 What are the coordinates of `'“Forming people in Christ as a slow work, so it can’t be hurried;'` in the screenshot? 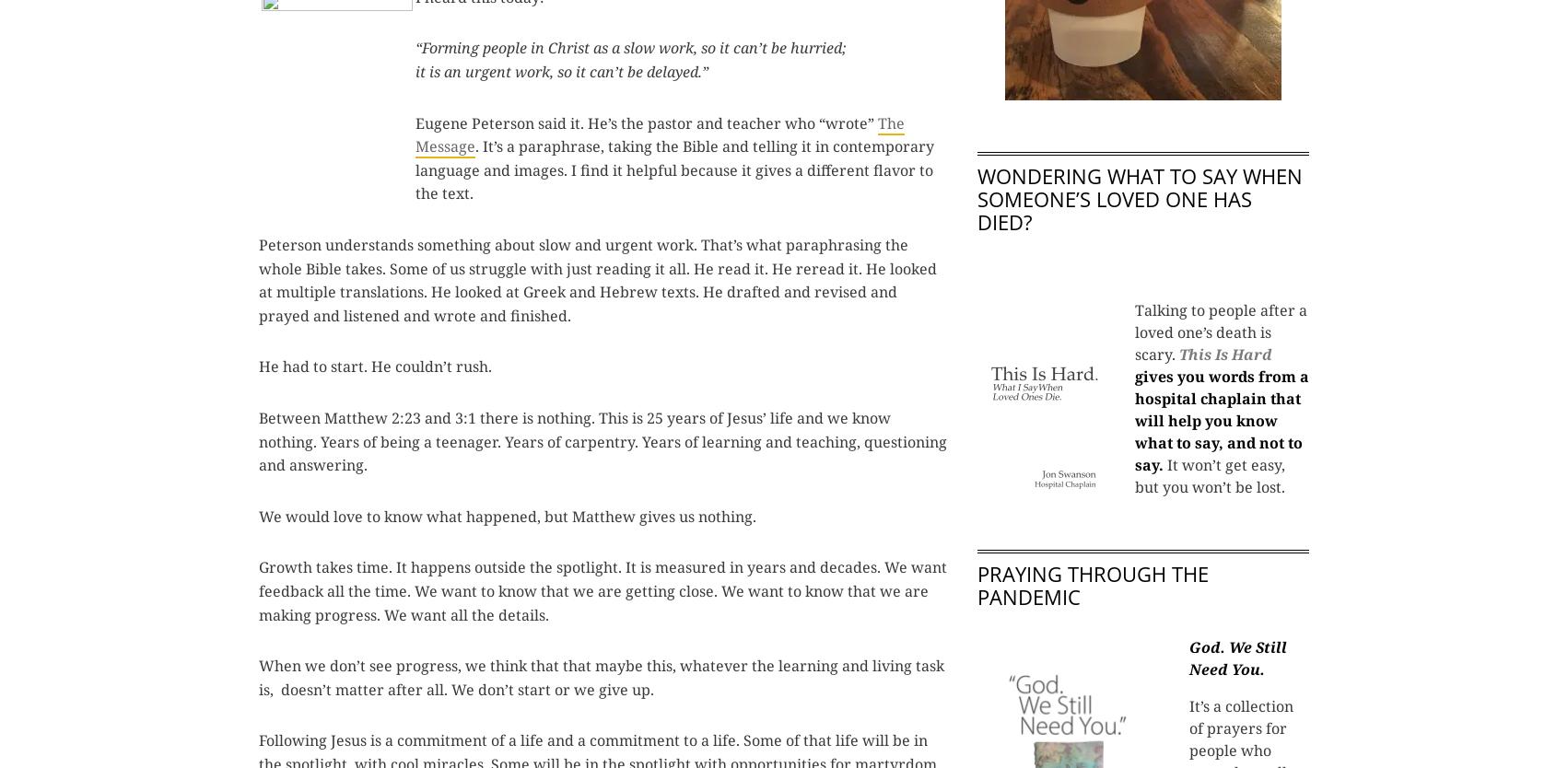 It's located at (415, 48).